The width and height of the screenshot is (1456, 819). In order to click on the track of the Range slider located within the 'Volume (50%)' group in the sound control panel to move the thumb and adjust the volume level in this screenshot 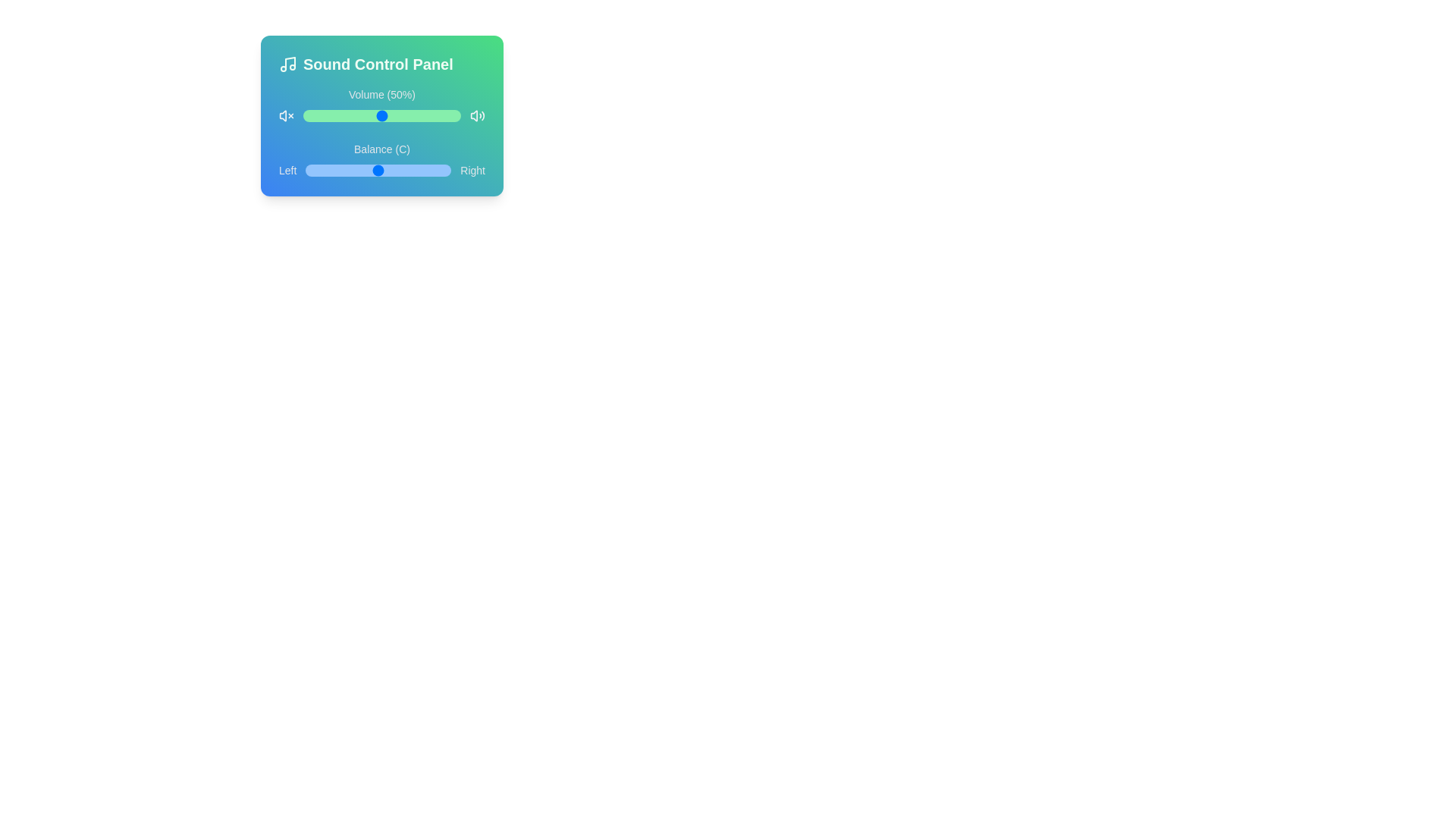, I will do `click(382, 115)`.